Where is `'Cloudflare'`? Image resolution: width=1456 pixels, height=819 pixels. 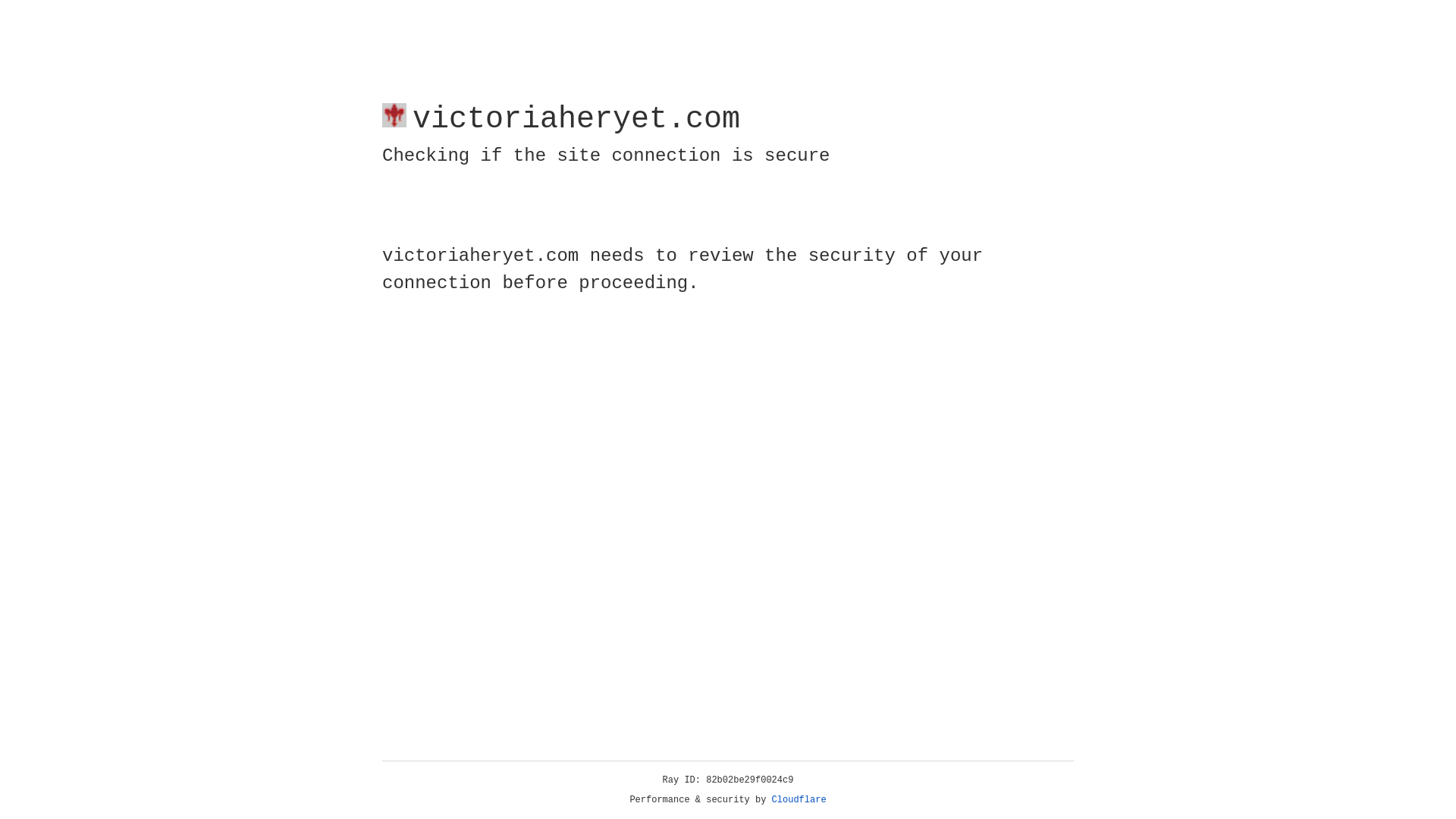
'Cloudflare' is located at coordinates (799, 799).